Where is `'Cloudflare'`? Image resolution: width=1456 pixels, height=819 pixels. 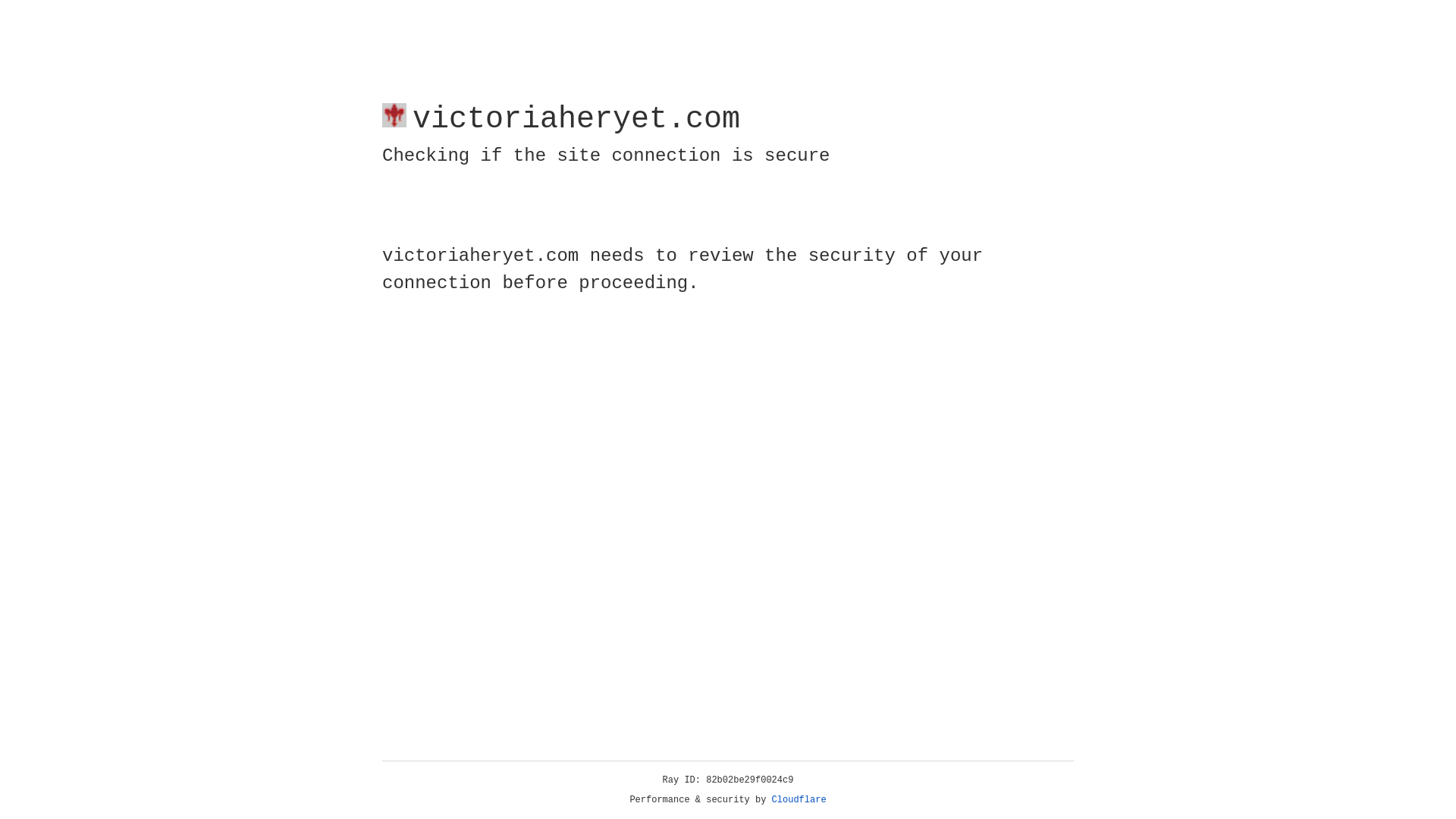
'Cloudflare' is located at coordinates (799, 799).